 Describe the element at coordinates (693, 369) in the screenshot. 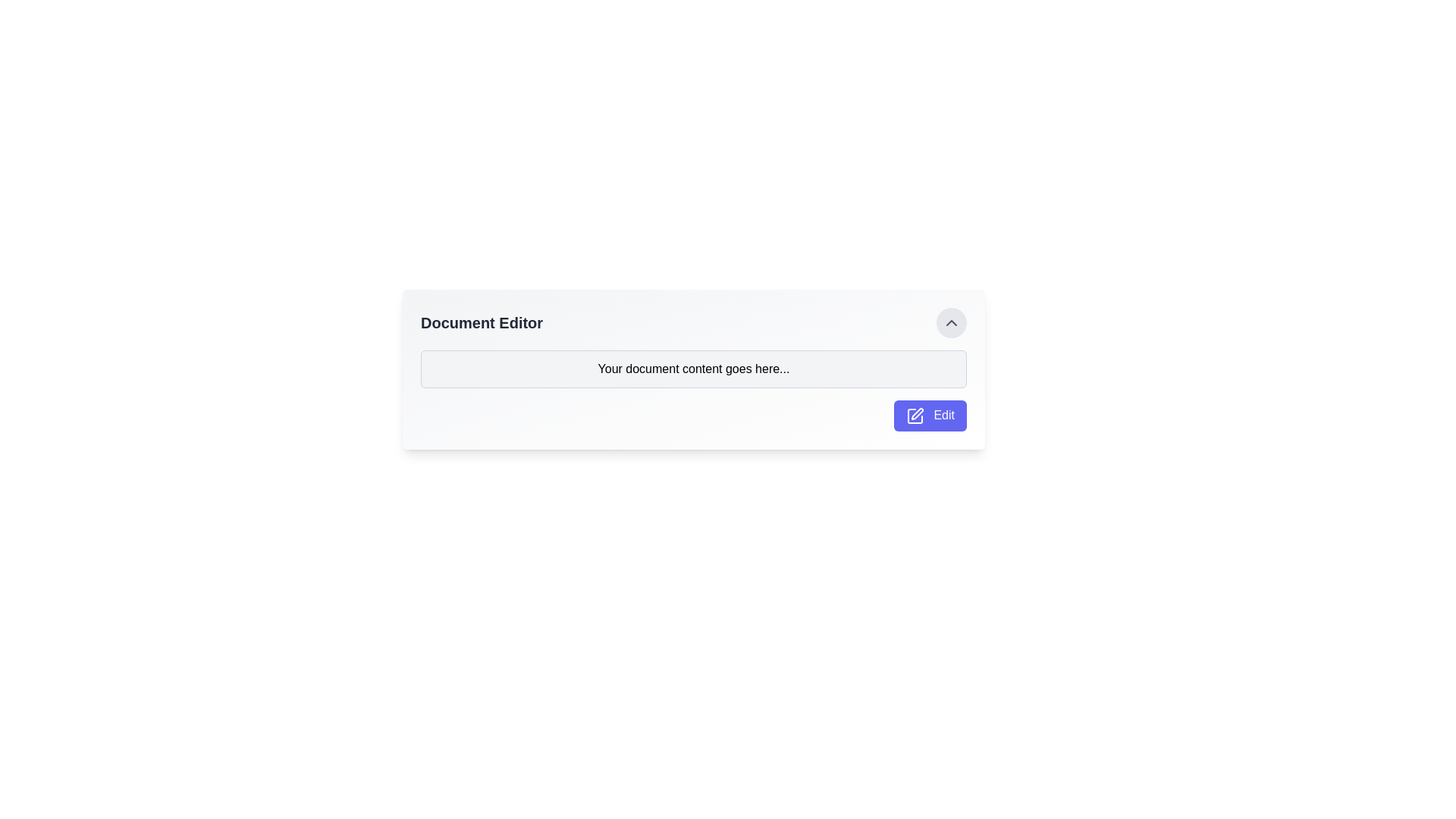

I see `the static text display area containing the placeholder text 'Your document content goes here...'` at that location.